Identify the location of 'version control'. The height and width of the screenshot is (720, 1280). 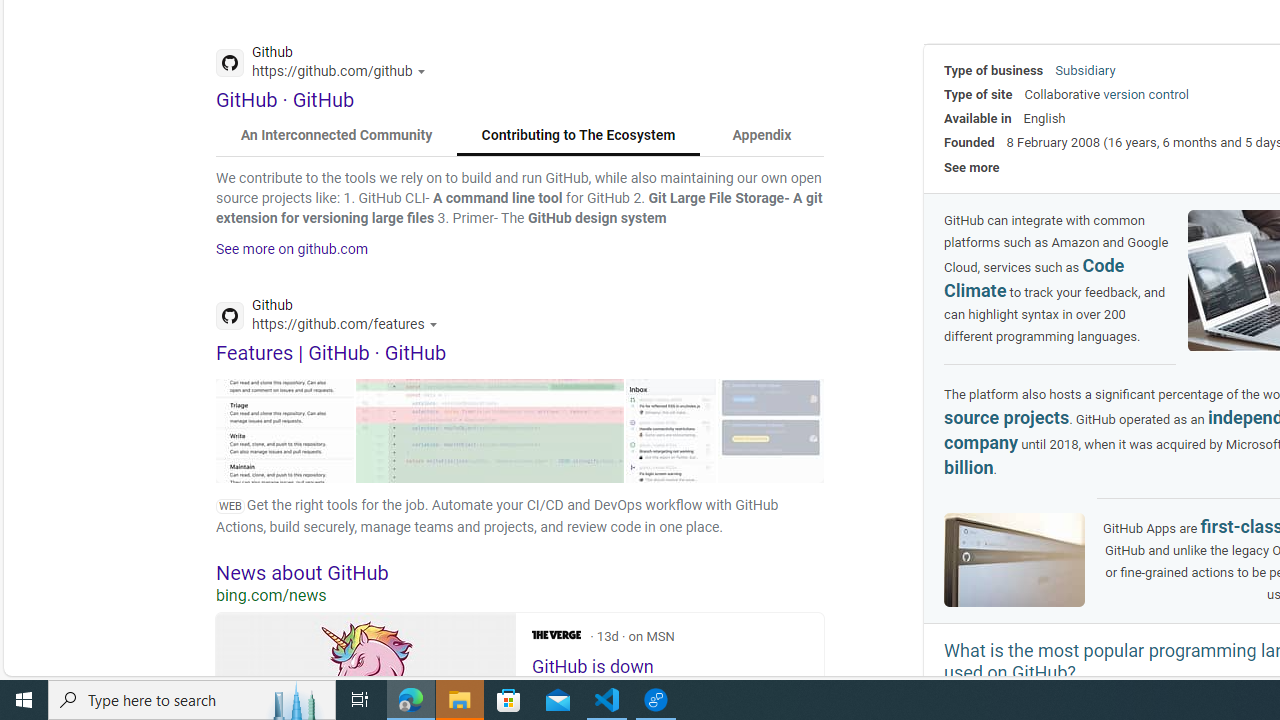
(1146, 94).